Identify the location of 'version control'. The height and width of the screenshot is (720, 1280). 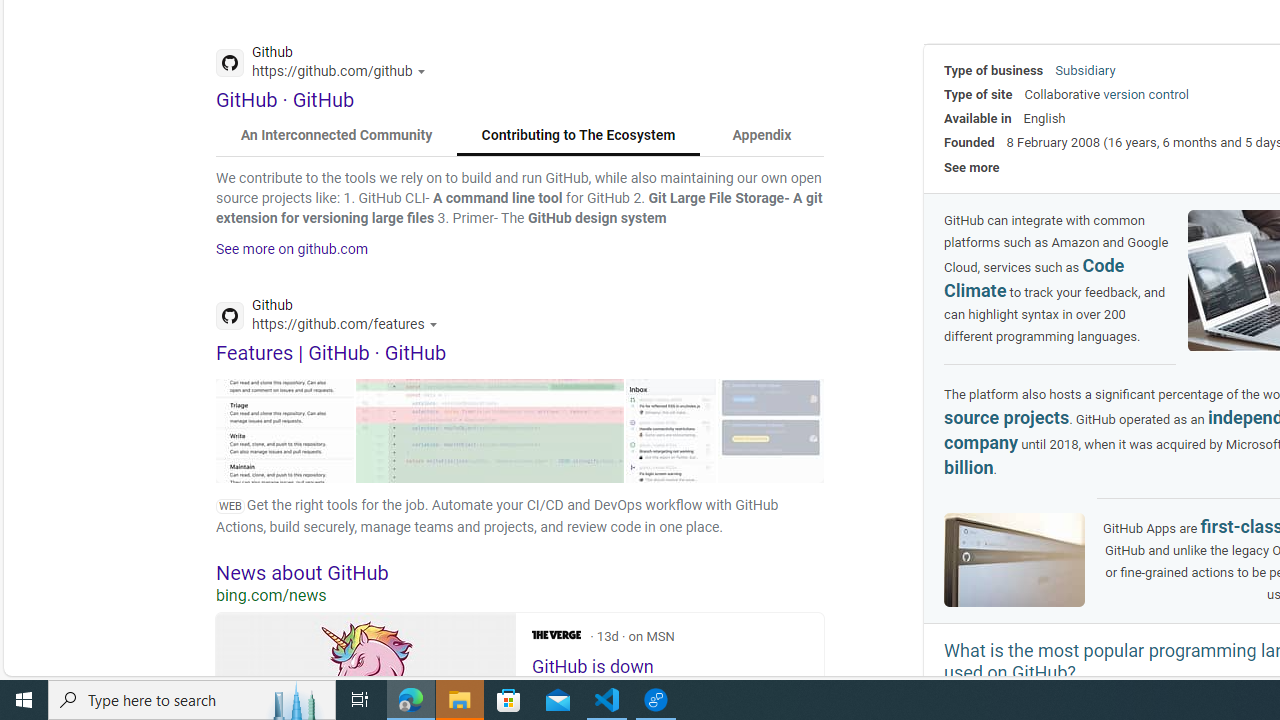
(1146, 94).